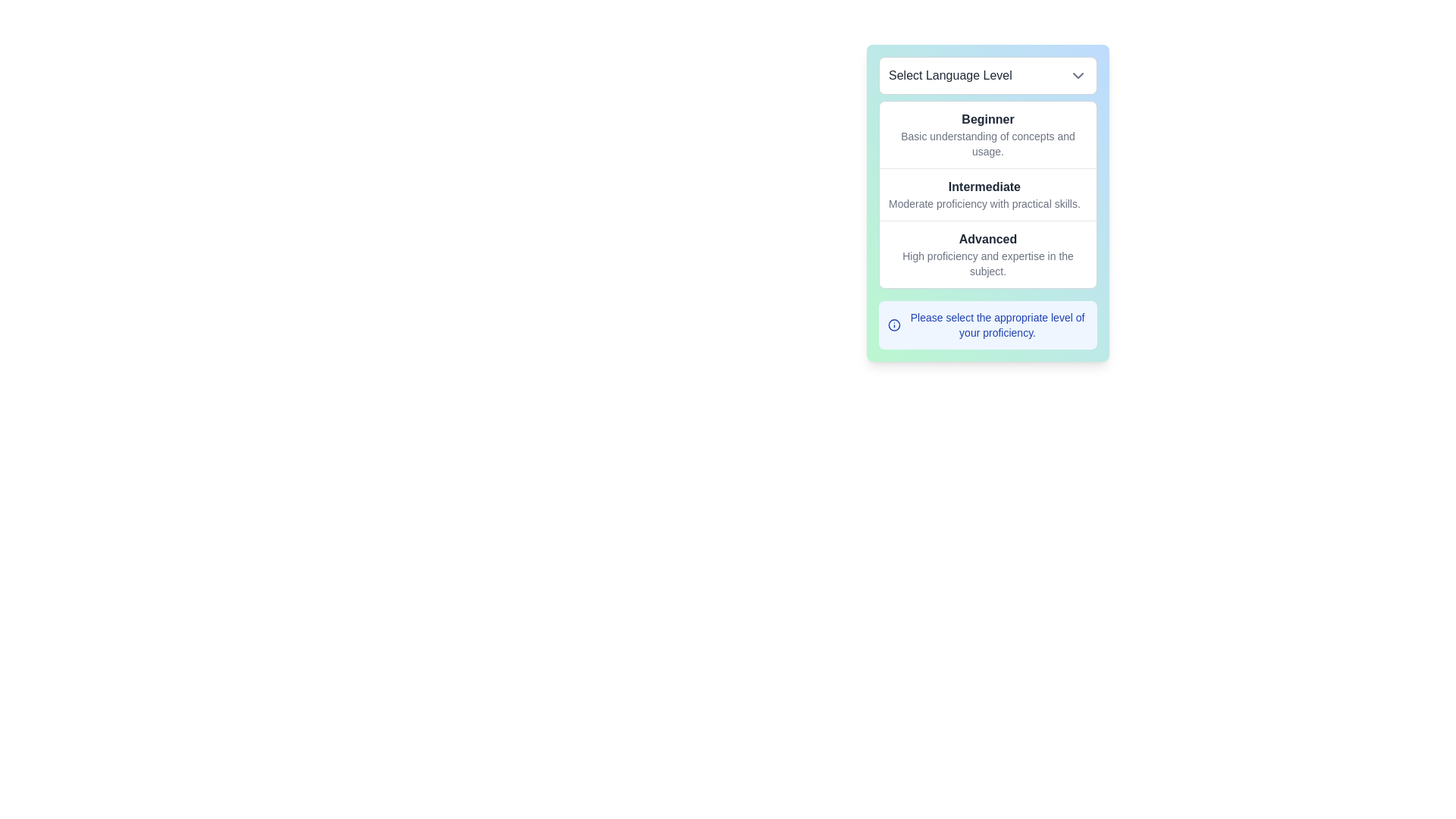  What do you see at coordinates (987, 119) in the screenshot?
I see `the 'Beginner' proficiency level text label, which serves as an informational header in the 'Select Language Level' menu, positioned above the explanation text` at bounding box center [987, 119].